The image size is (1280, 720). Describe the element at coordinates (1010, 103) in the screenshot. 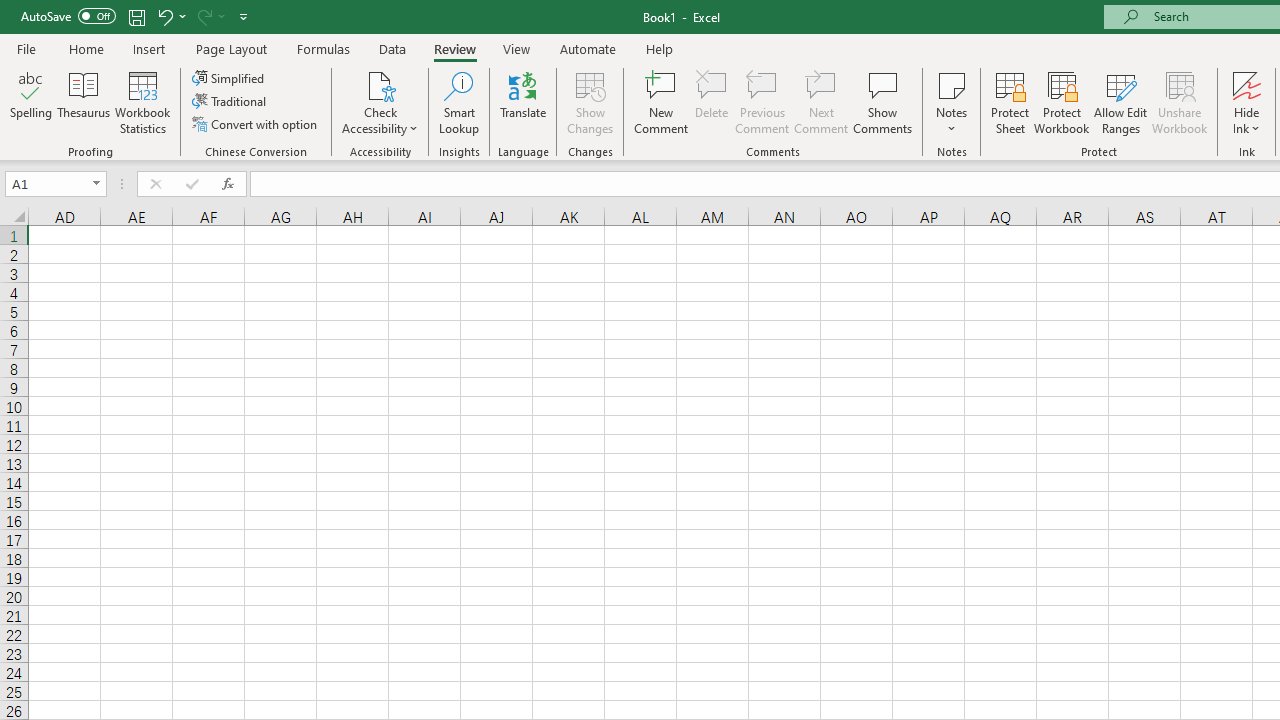

I see `'Protect Sheet...'` at that location.